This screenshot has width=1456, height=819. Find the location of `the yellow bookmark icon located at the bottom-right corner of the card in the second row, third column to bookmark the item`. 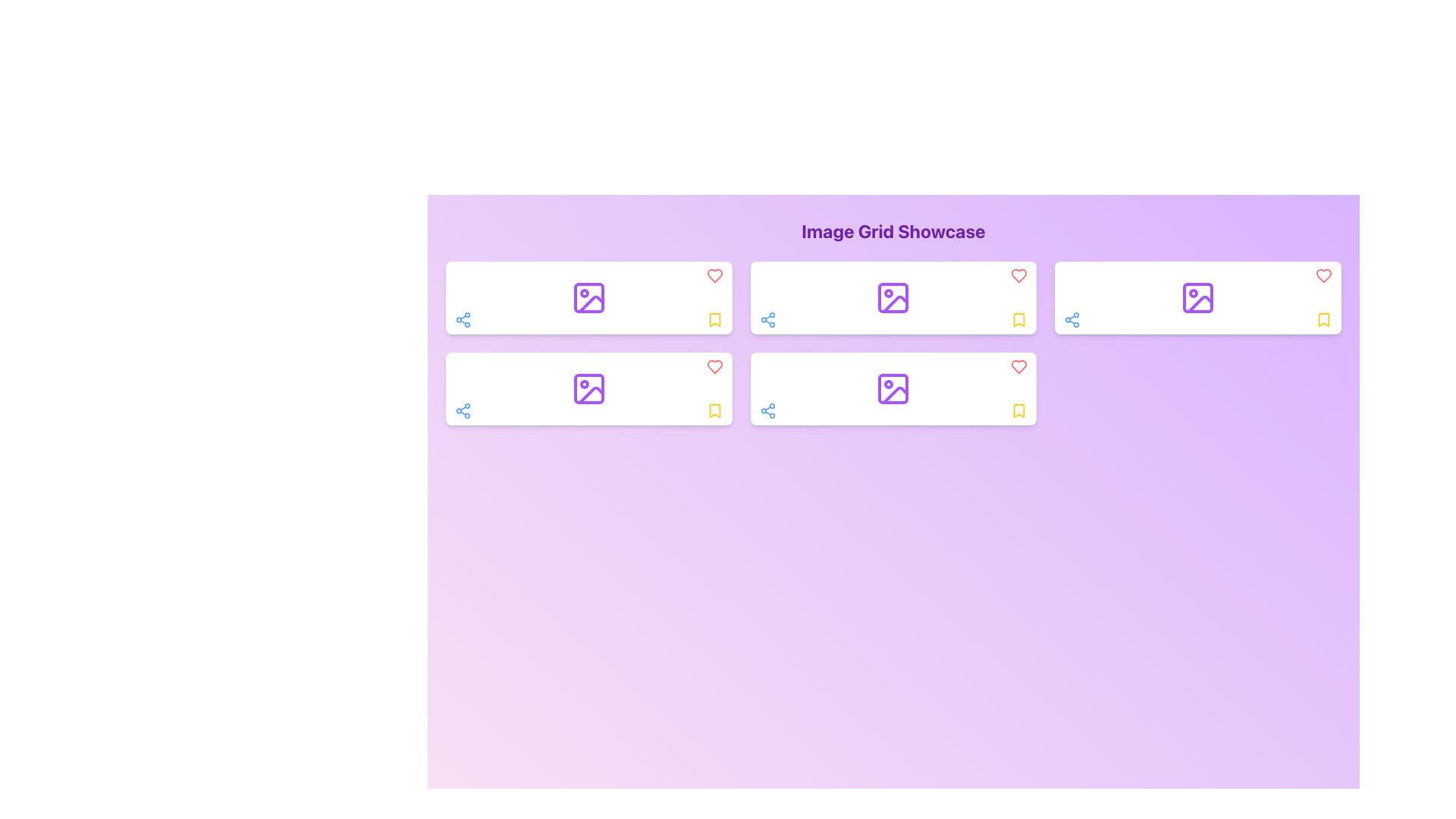

the yellow bookmark icon located at the bottom-right corner of the card in the second row, third column to bookmark the item is located at coordinates (714, 411).